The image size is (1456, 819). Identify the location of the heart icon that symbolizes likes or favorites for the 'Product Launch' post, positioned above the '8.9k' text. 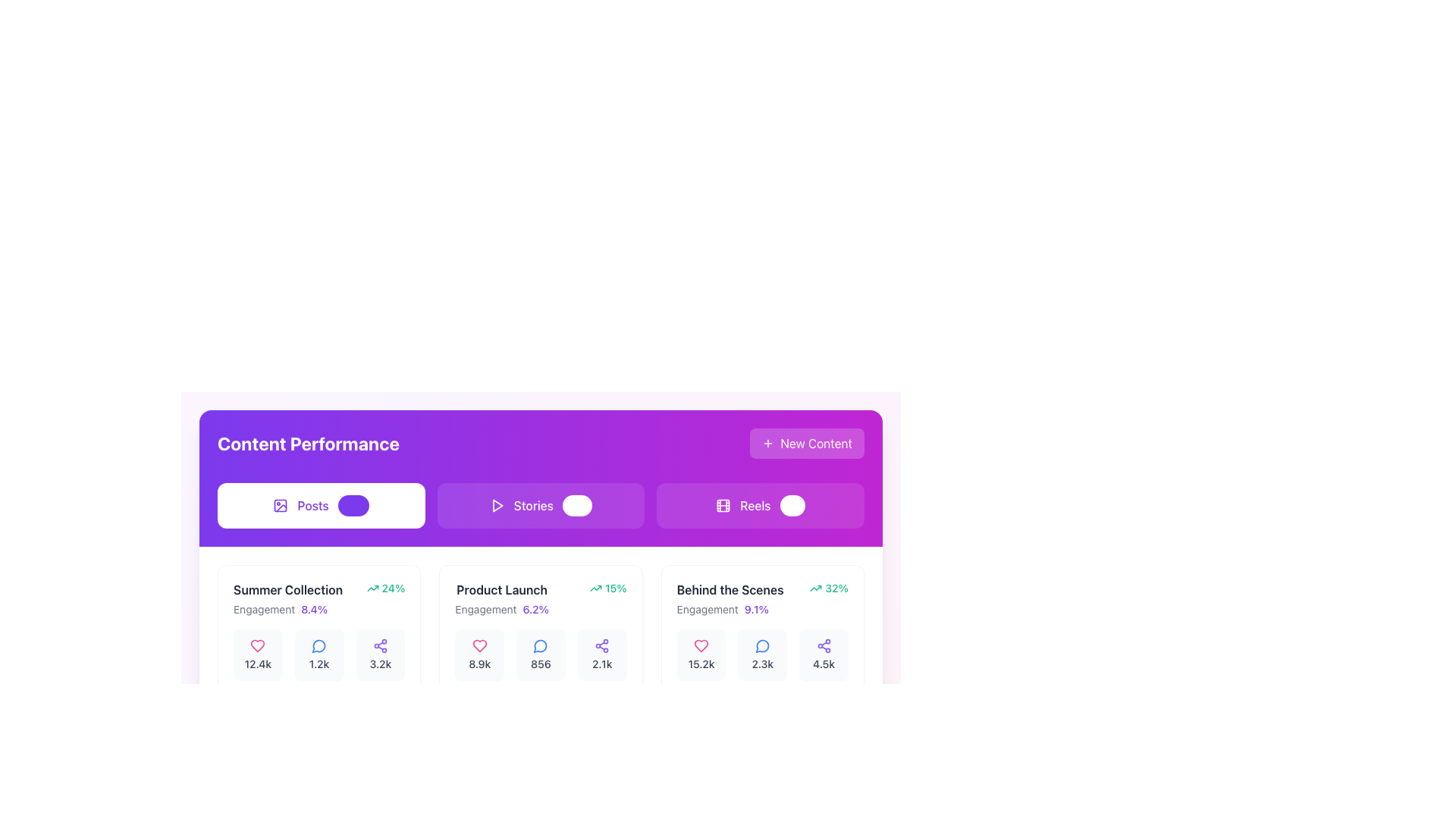
(479, 646).